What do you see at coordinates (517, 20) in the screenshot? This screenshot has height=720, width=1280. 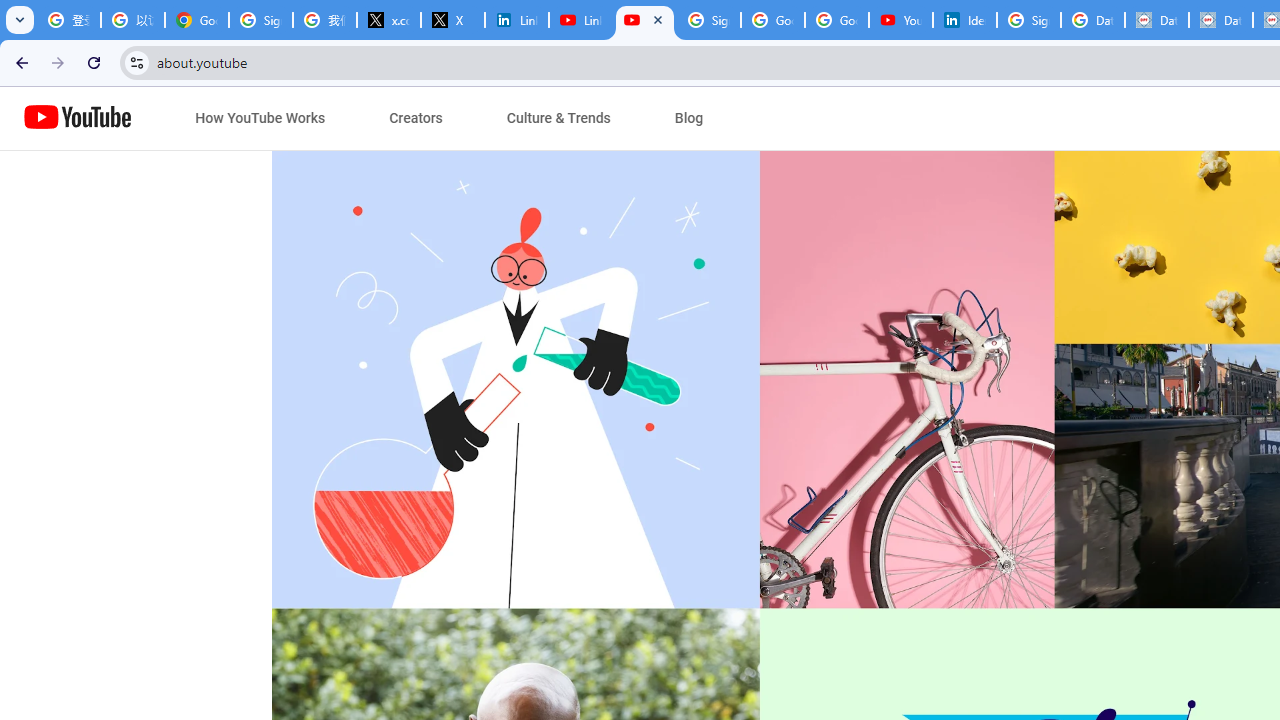 I see `'LinkedIn Privacy Policy'` at bounding box center [517, 20].